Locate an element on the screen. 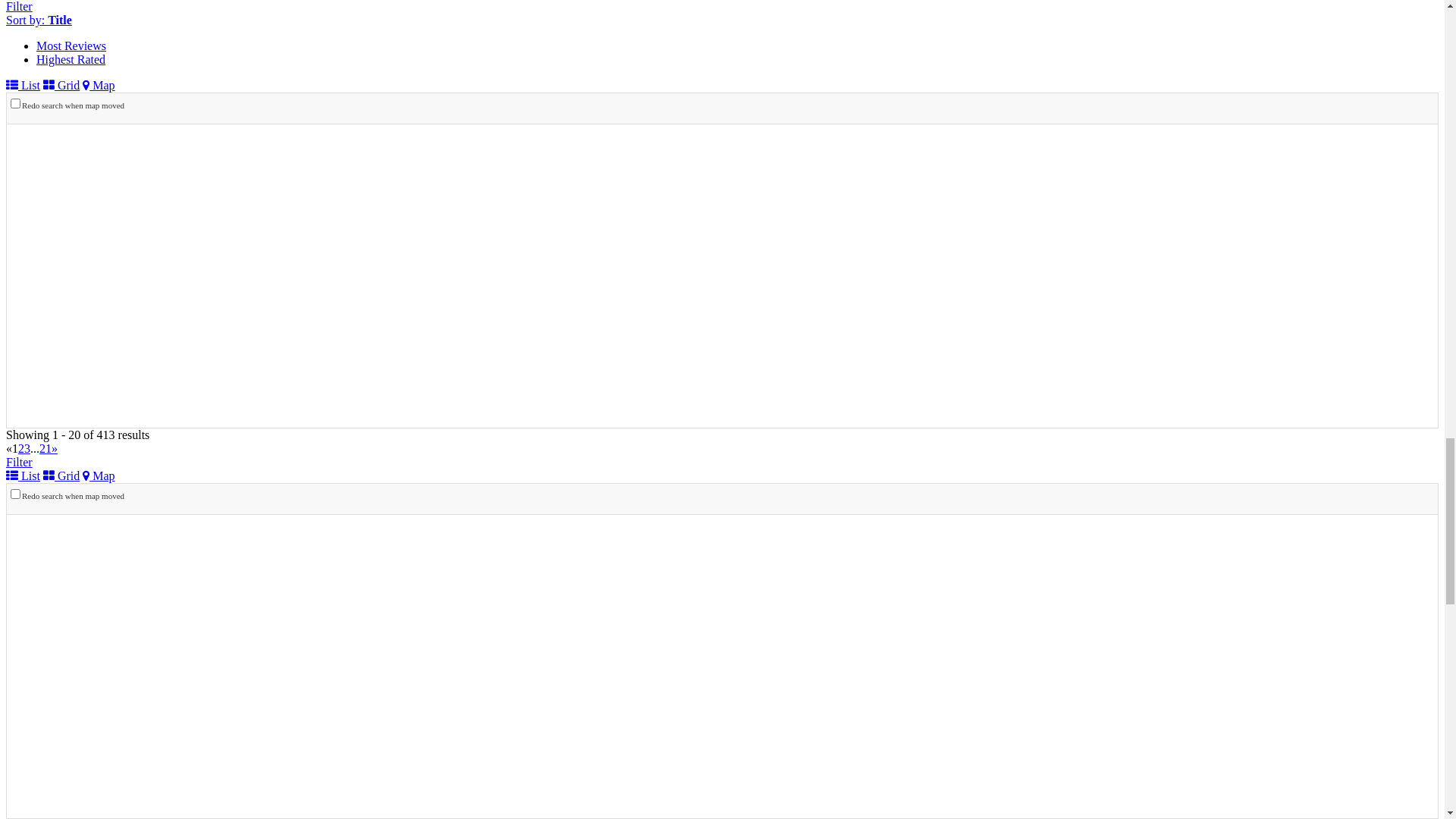 This screenshot has height=819, width=1456. 'Cart (0)' is located at coordinates (25, 39).